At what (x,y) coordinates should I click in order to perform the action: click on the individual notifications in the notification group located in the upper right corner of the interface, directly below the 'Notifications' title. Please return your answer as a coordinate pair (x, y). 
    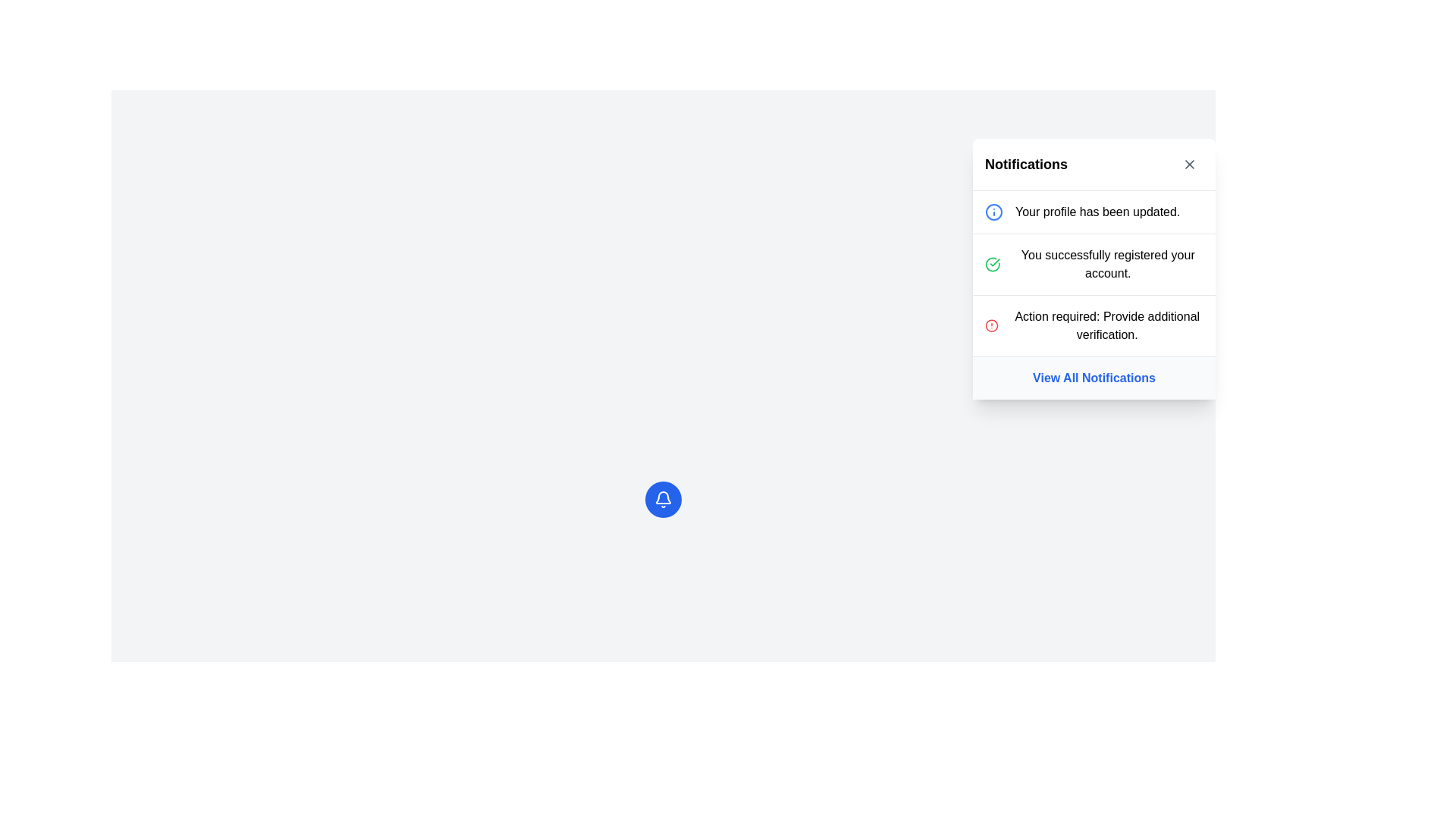
    Looking at the image, I should click on (1094, 274).